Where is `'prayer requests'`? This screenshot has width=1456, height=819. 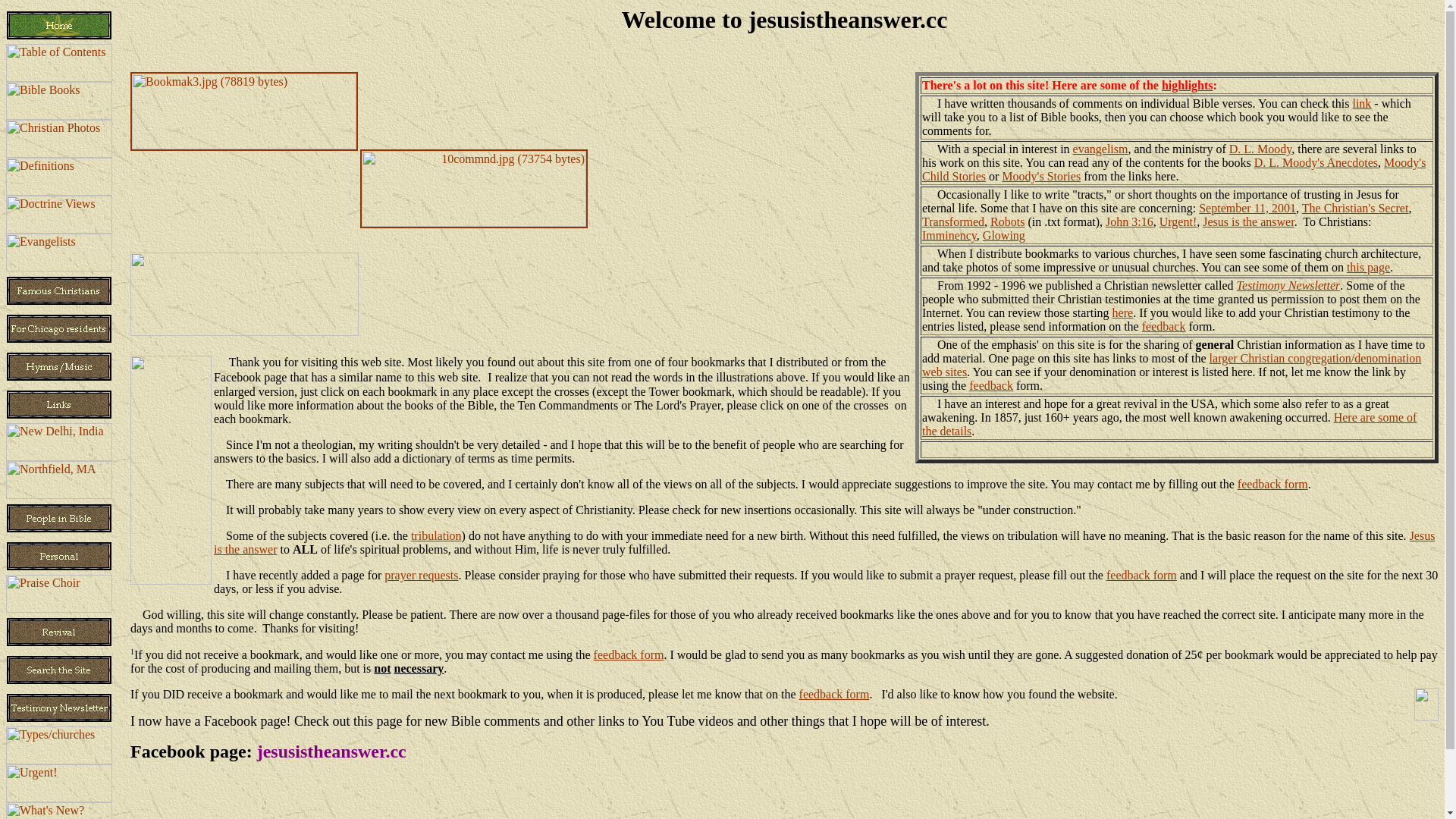 'prayer requests' is located at coordinates (421, 575).